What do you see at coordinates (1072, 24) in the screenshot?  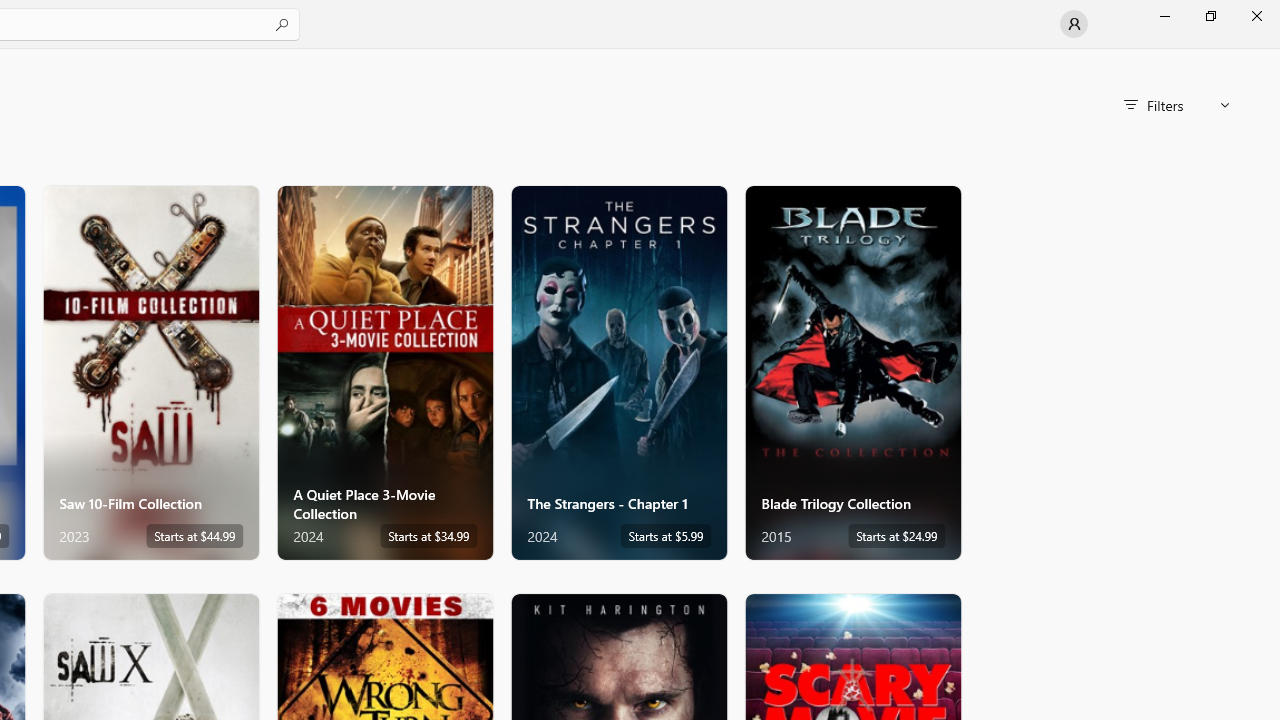 I see `'User profile'` at bounding box center [1072, 24].